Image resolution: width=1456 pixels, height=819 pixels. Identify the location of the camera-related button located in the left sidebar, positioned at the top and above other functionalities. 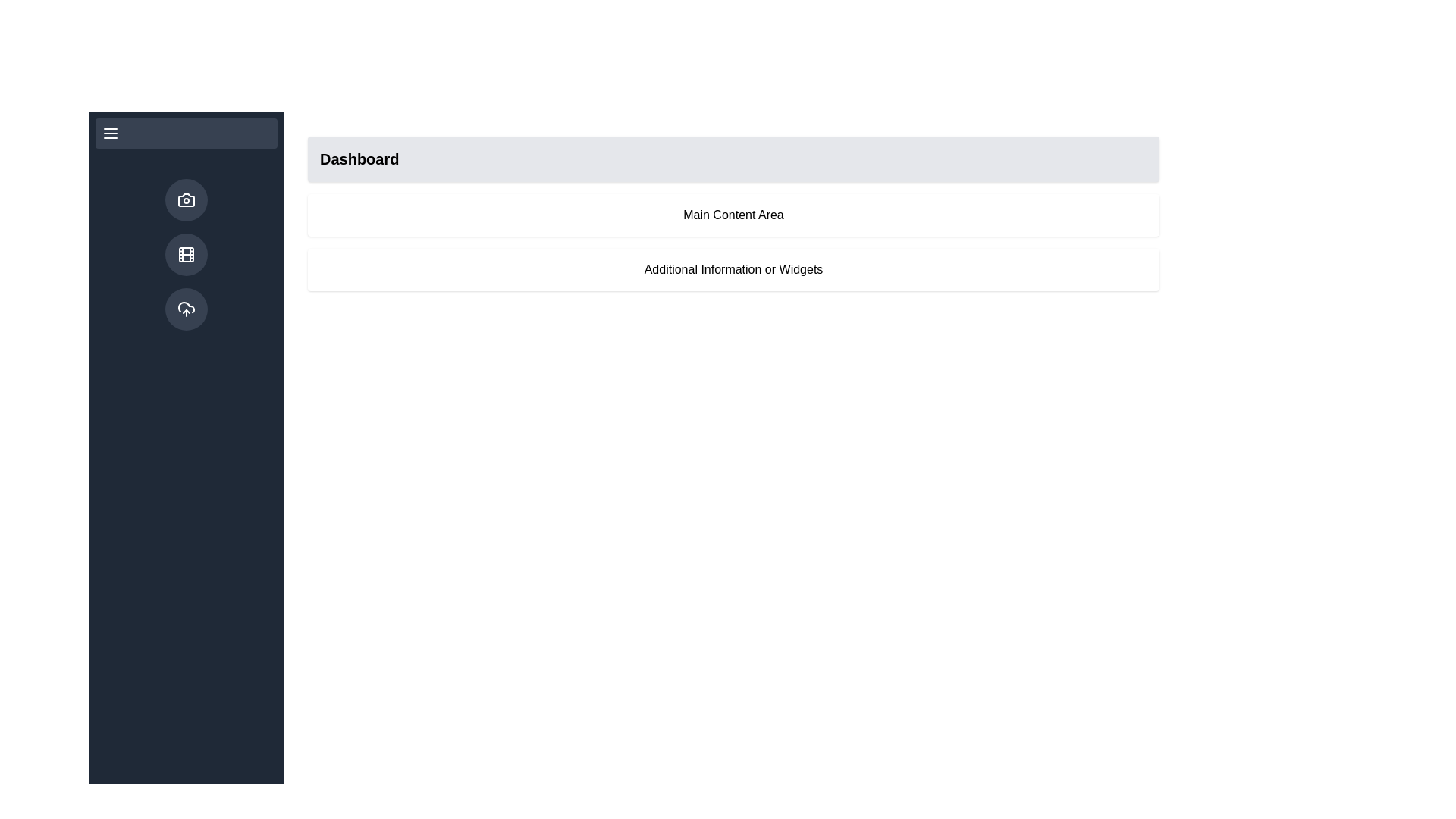
(185, 199).